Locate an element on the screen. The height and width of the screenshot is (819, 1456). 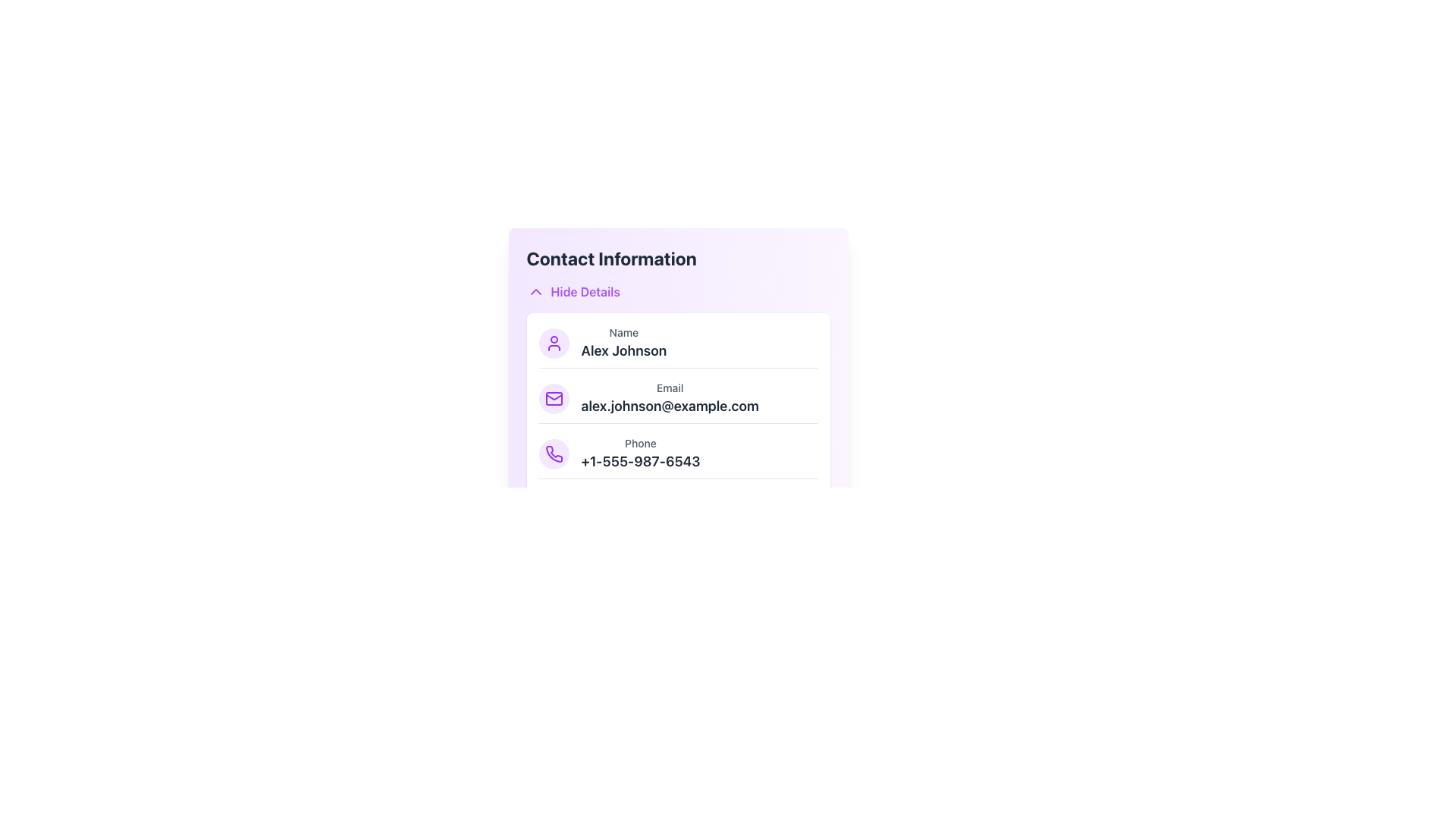
email address displayed in the Text Label within the 'Contact Information' section, specifically the second row labeled 'Email' is located at coordinates (669, 406).